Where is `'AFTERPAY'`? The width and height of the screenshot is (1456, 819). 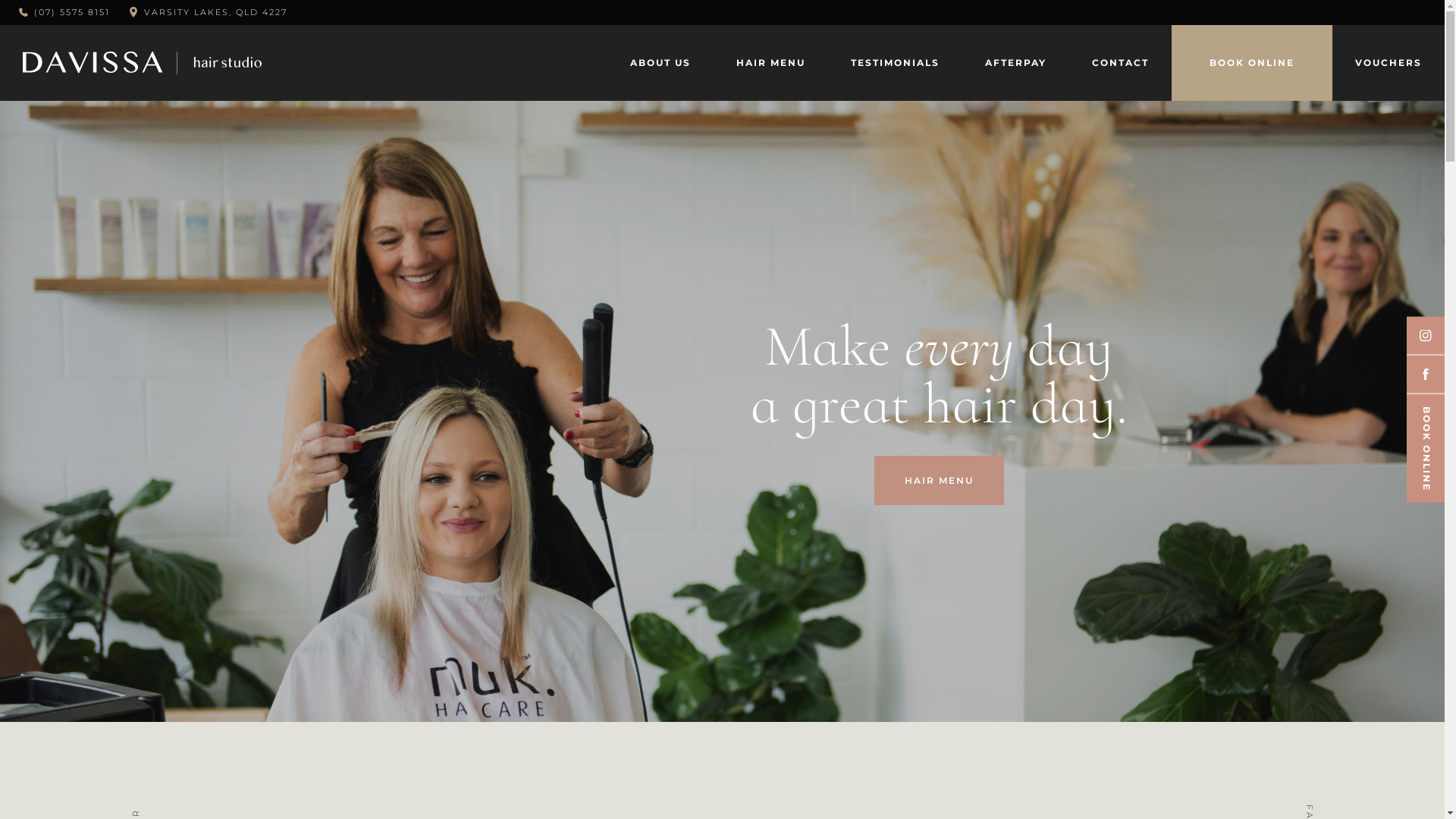 'AFTERPAY' is located at coordinates (1015, 62).